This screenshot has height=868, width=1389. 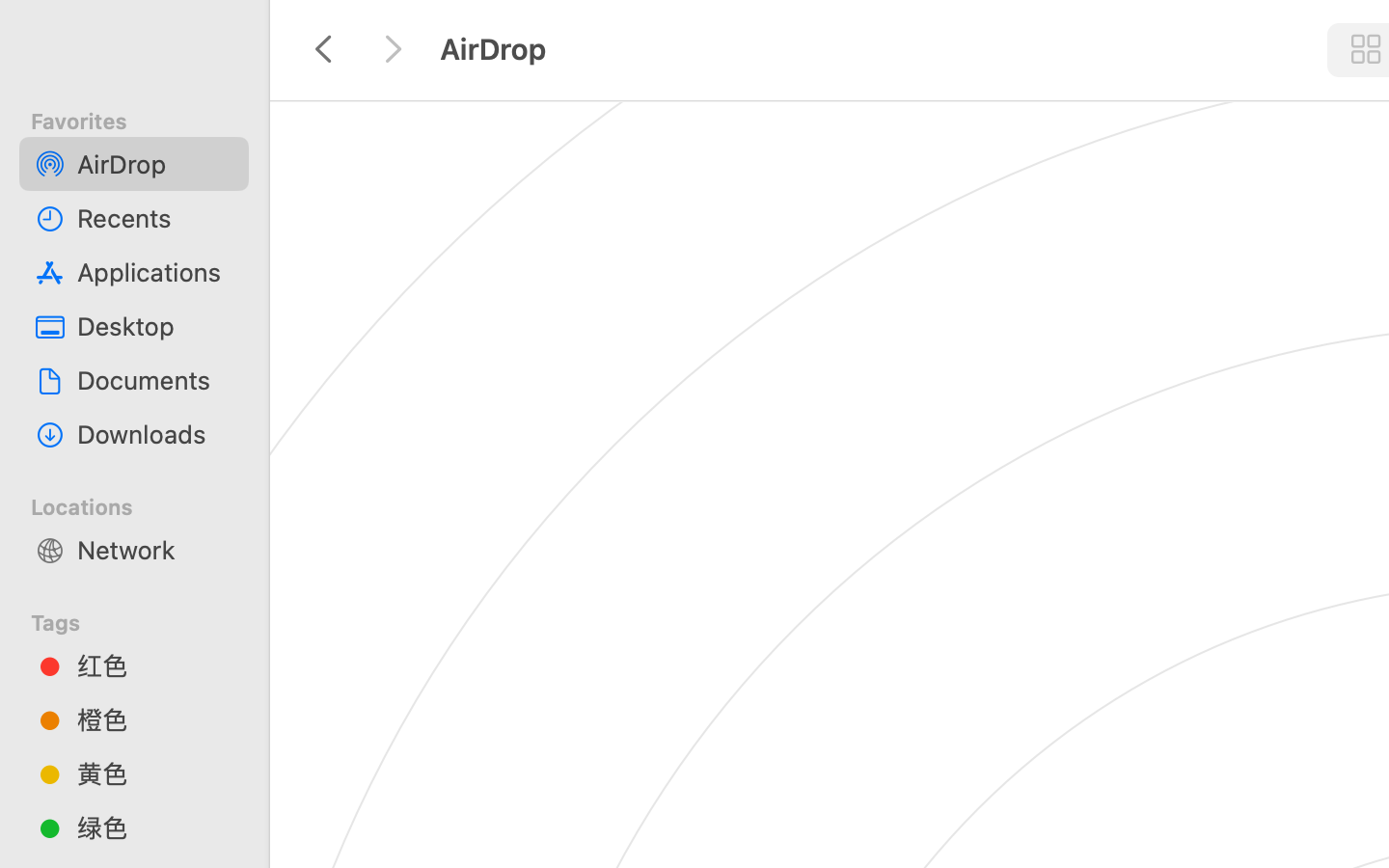 What do you see at coordinates (153, 549) in the screenshot?
I see `'Network'` at bounding box center [153, 549].